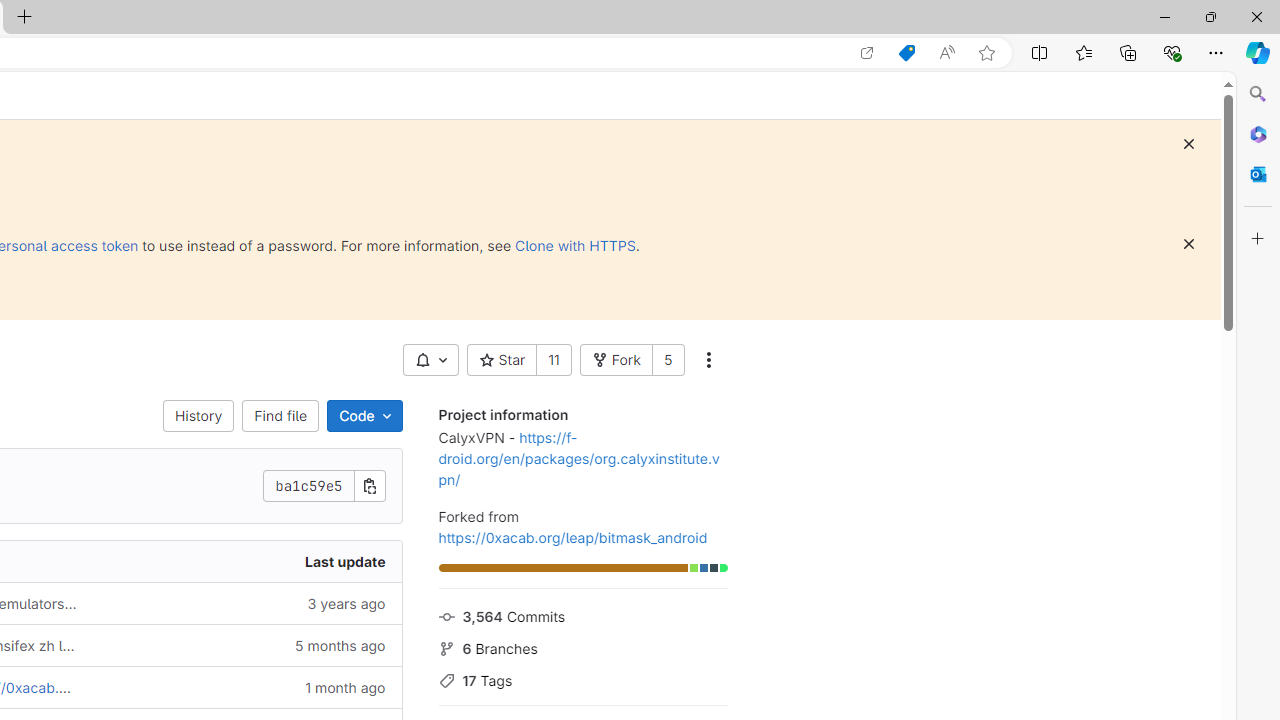  What do you see at coordinates (246, 686) in the screenshot?
I see `'1 month ago'` at bounding box center [246, 686].